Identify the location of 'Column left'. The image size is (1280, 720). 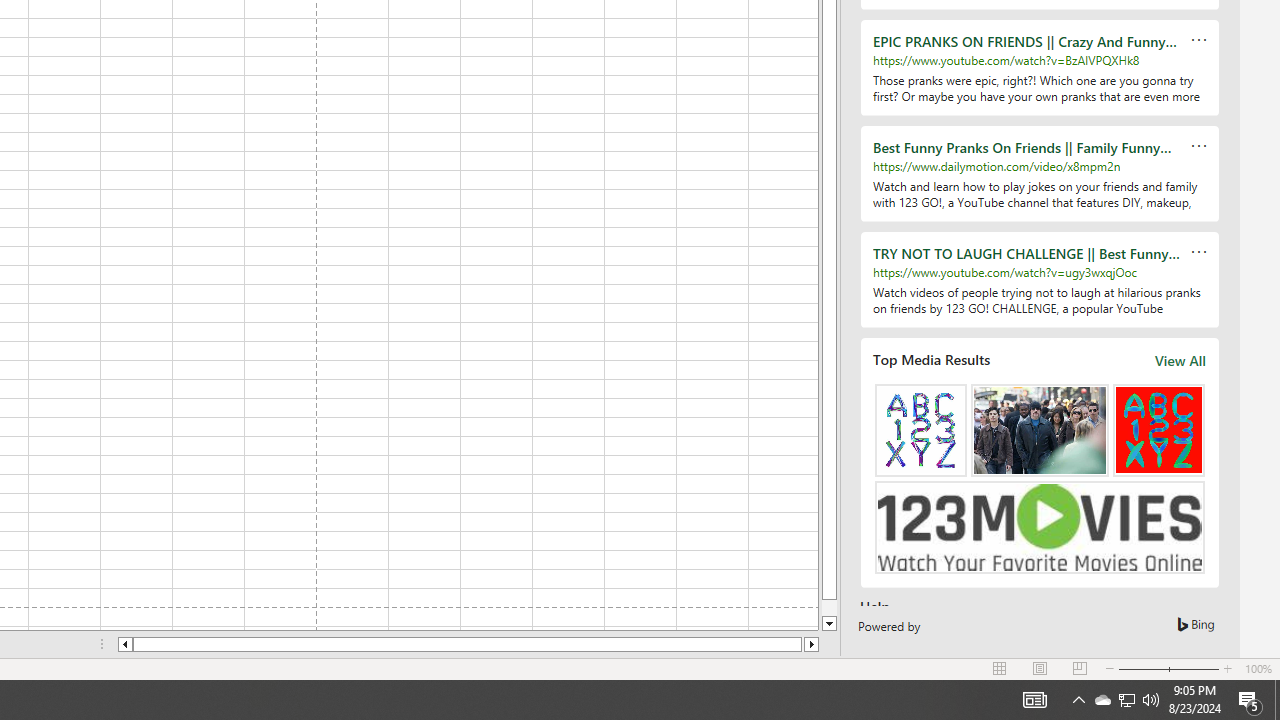
(123, 644).